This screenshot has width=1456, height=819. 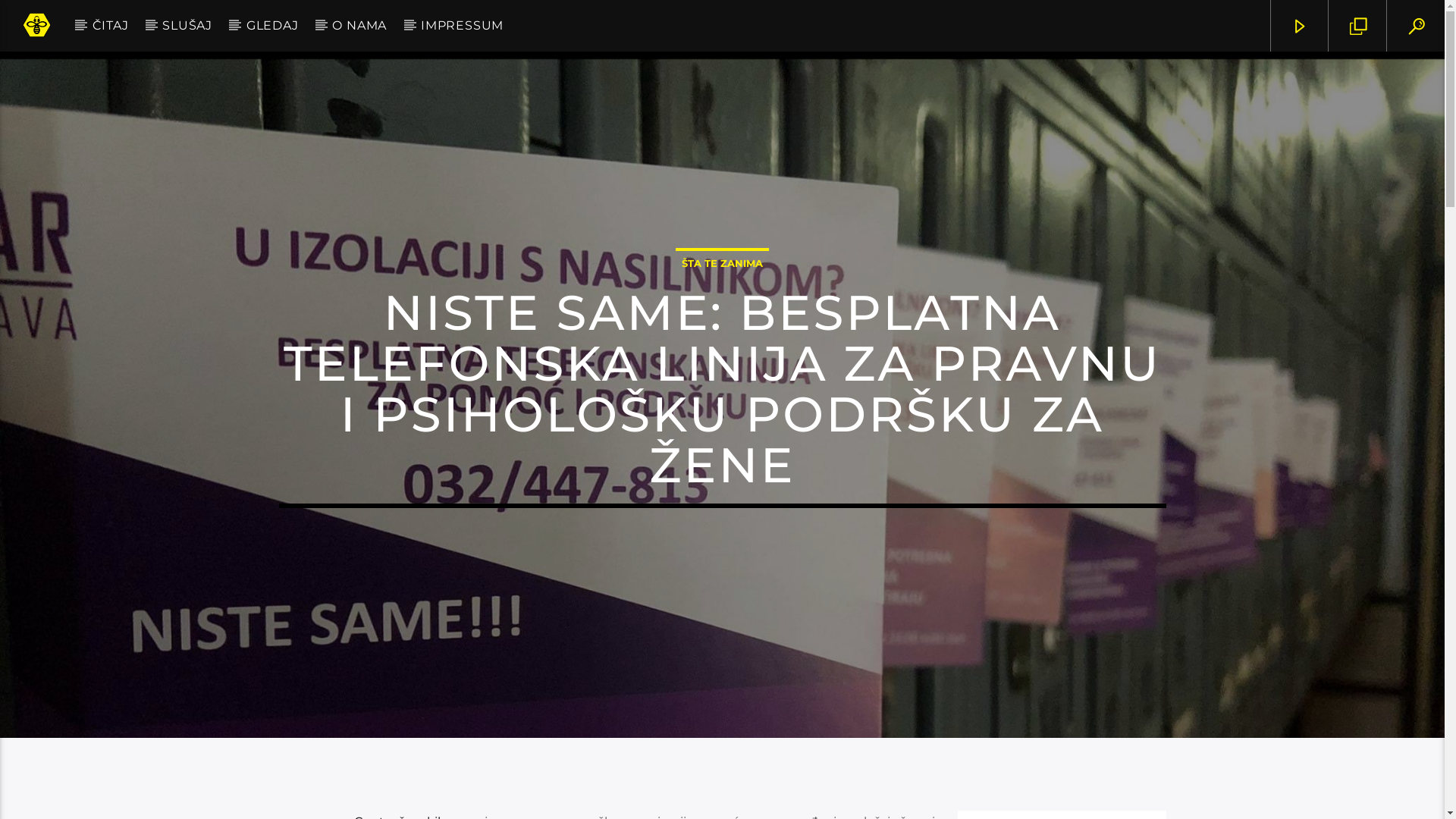 I want to click on 'IMPRESSUM', so click(x=403, y=26).